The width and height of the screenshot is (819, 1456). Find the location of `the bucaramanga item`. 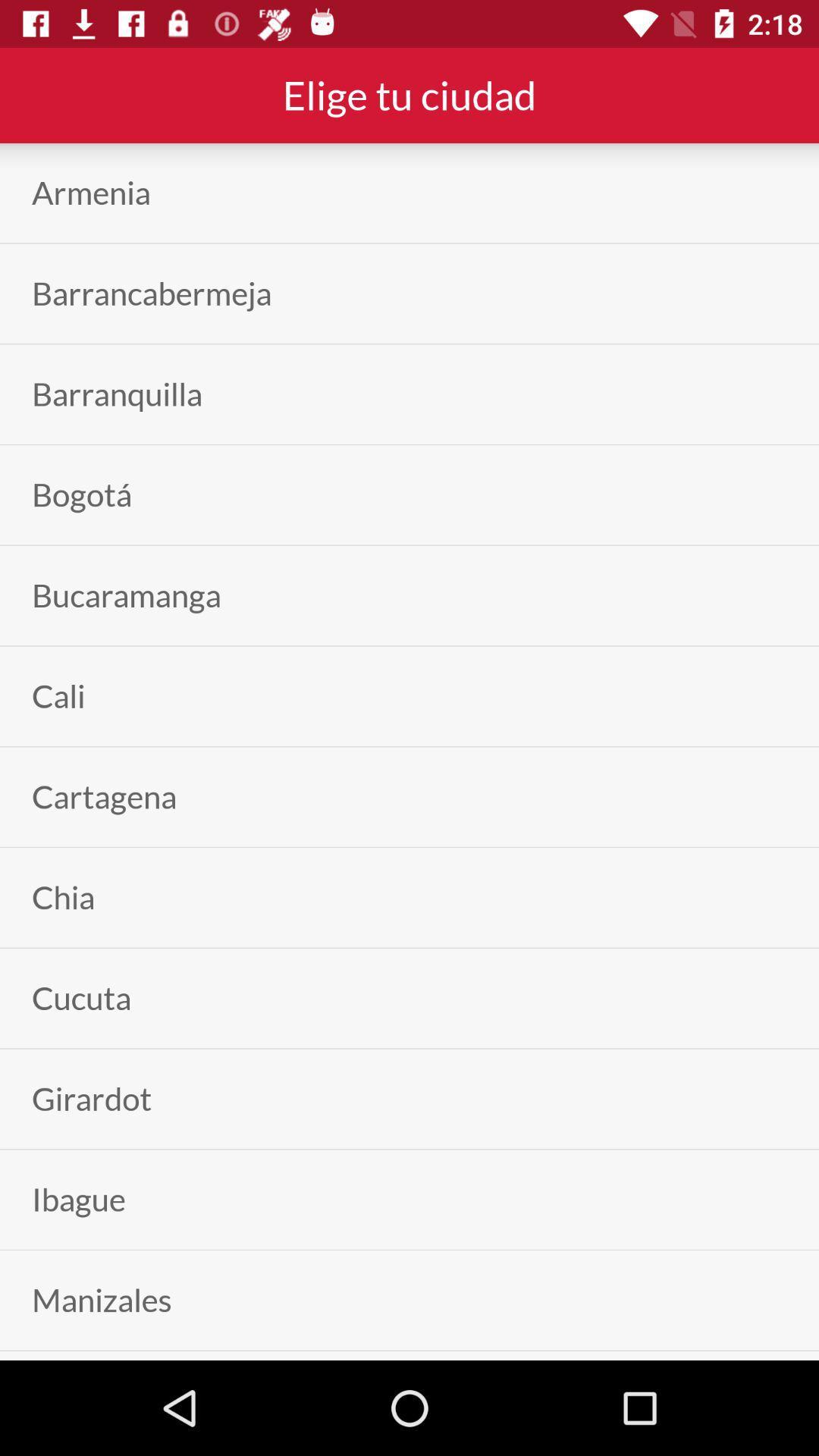

the bucaramanga item is located at coordinates (125, 595).